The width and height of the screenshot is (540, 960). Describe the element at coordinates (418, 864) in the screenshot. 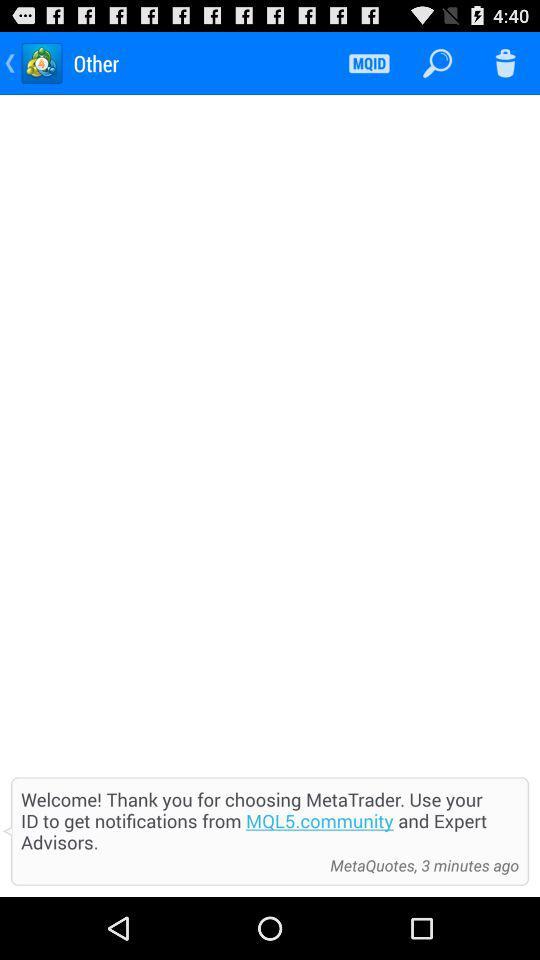

I see `the metaquotes 3 minutes at the bottom right corner` at that location.